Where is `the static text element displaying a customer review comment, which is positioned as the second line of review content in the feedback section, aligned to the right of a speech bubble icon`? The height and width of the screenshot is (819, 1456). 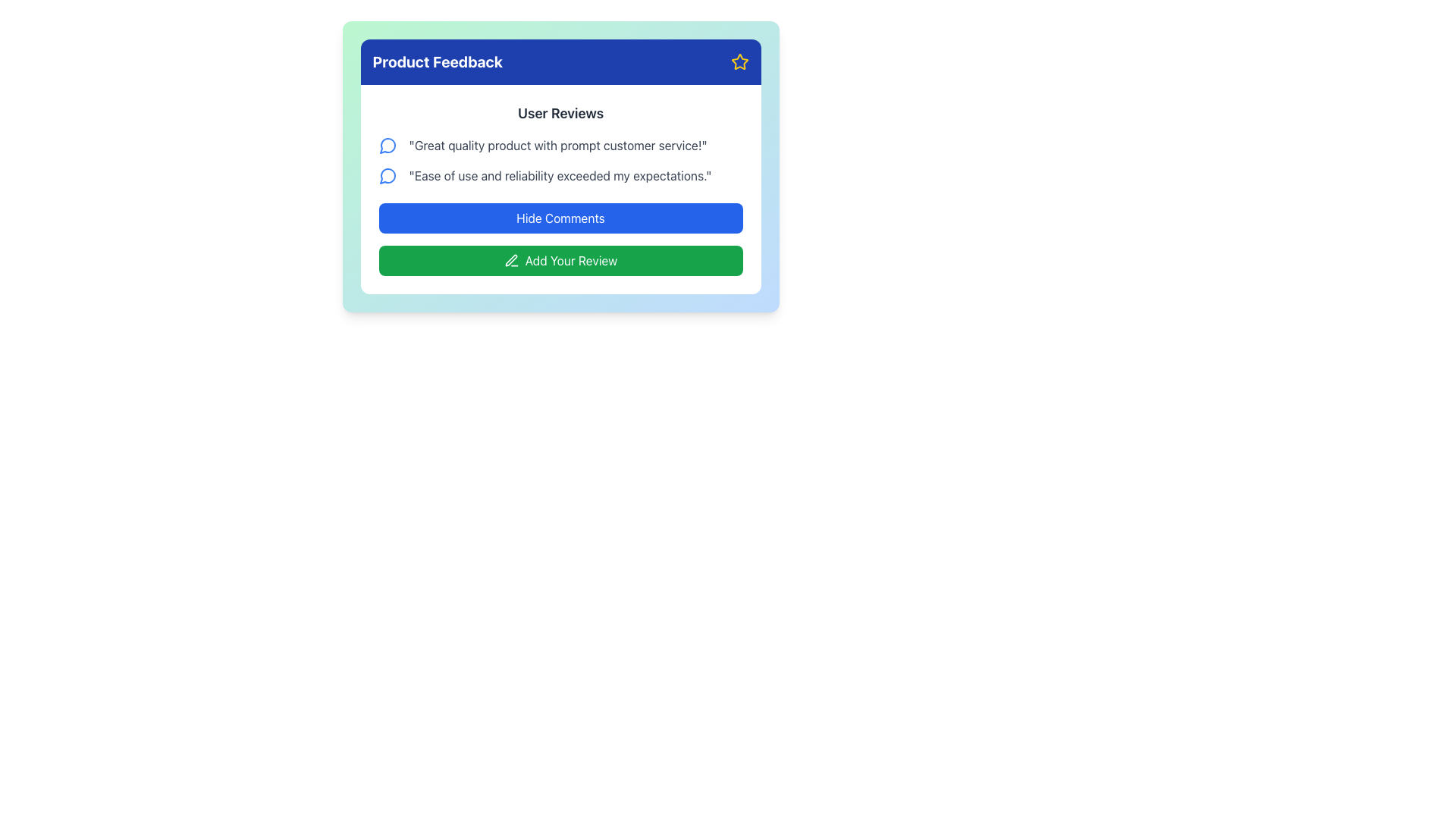
the static text element displaying a customer review comment, which is positioned as the second line of review content in the feedback section, aligned to the right of a speech bubble icon is located at coordinates (560, 174).